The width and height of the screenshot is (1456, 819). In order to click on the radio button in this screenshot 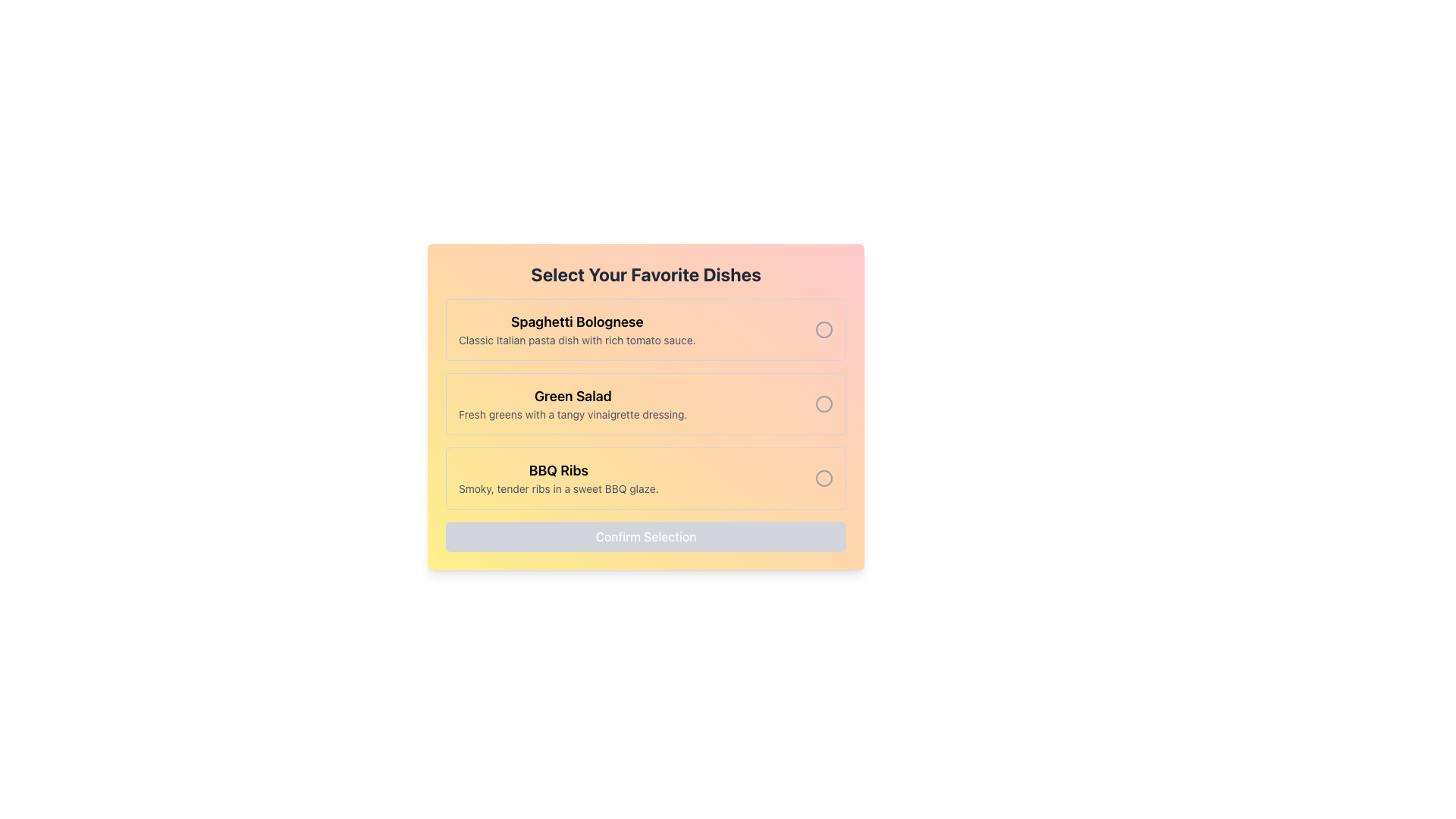, I will do `click(823, 479)`.